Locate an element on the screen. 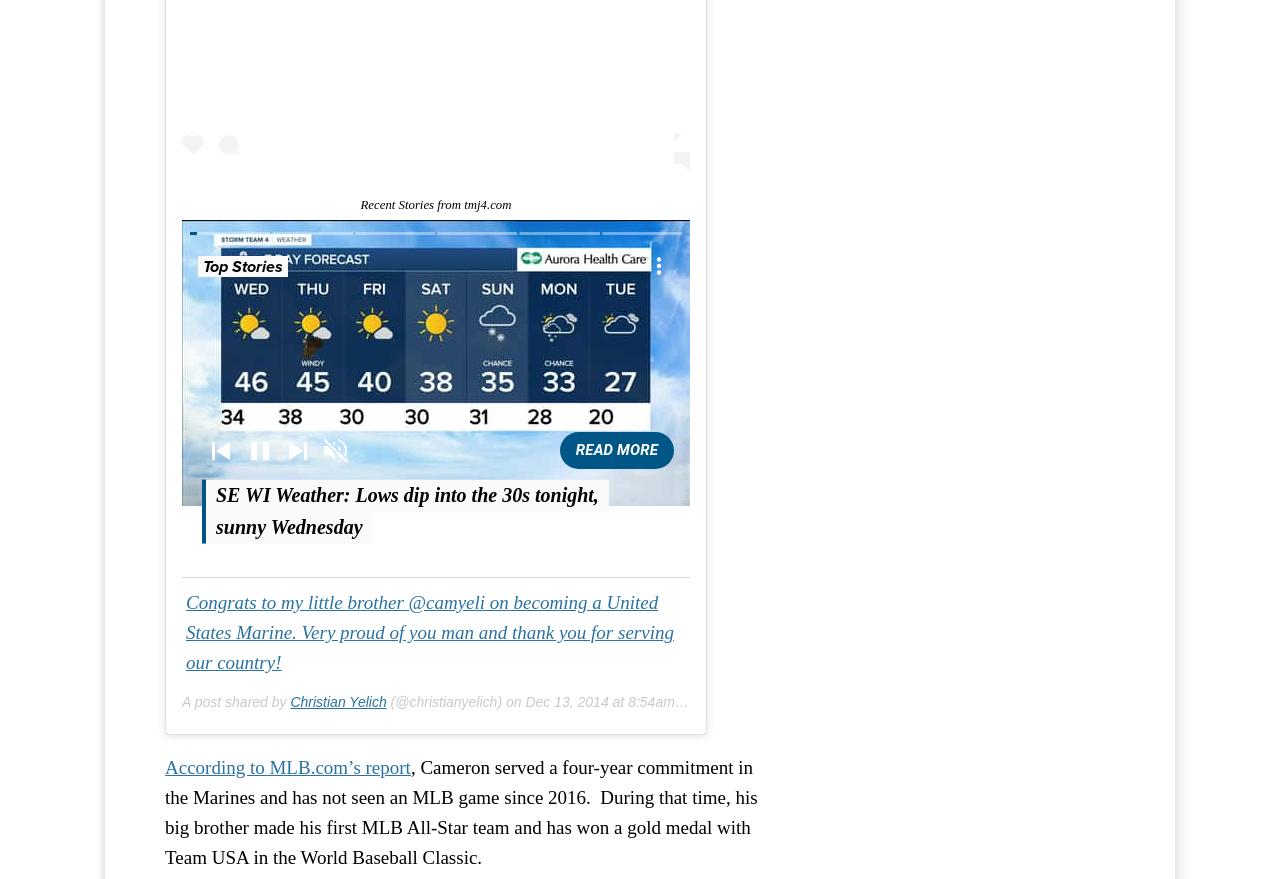  'Congrats to my little brother @camyeli on becoming a United States Marine. Very proud of you man and thank you for serving our country!' is located at coordinates (428, 631).